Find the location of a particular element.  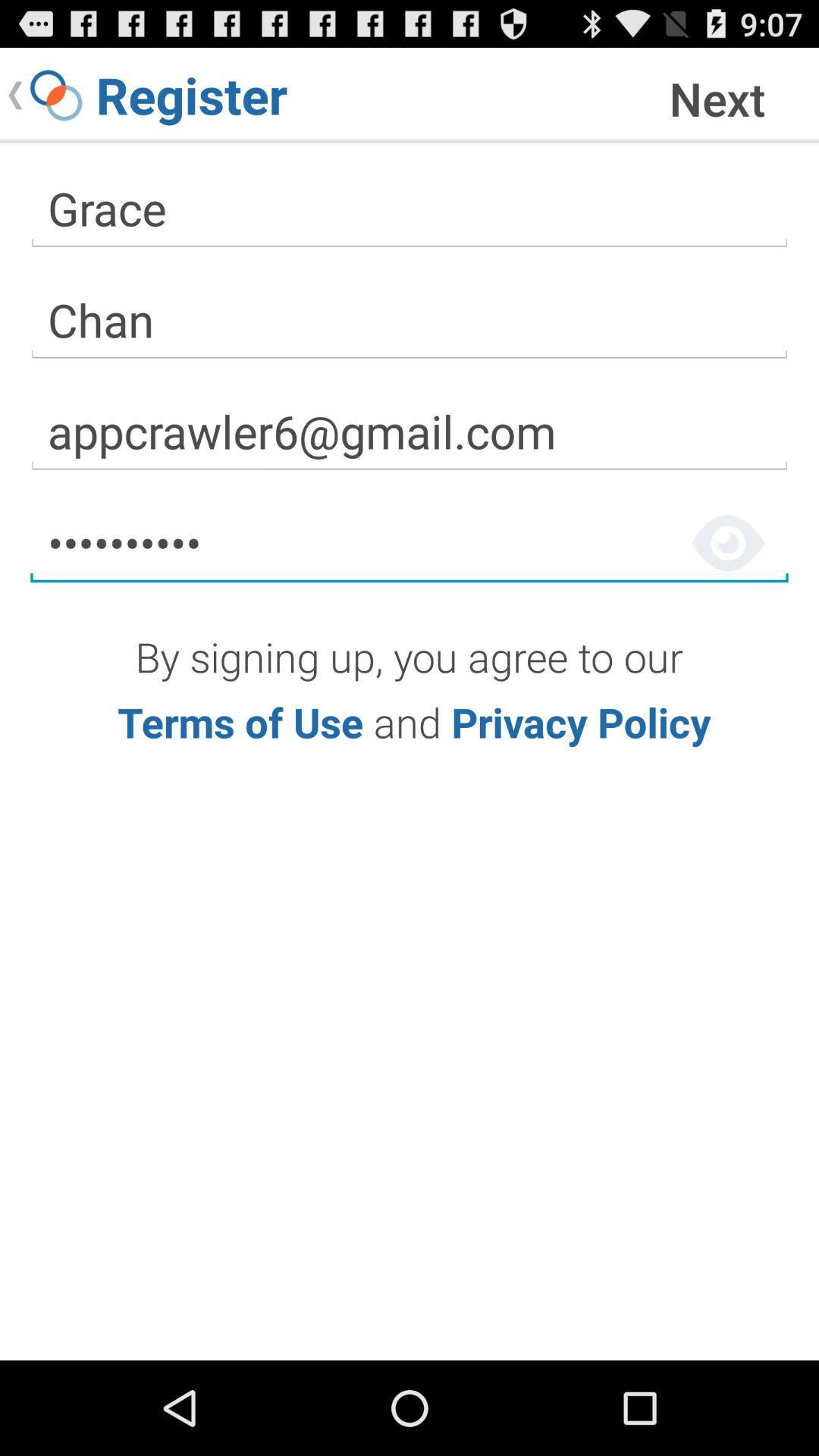

terms of use link is located at coordinates (239, 721).